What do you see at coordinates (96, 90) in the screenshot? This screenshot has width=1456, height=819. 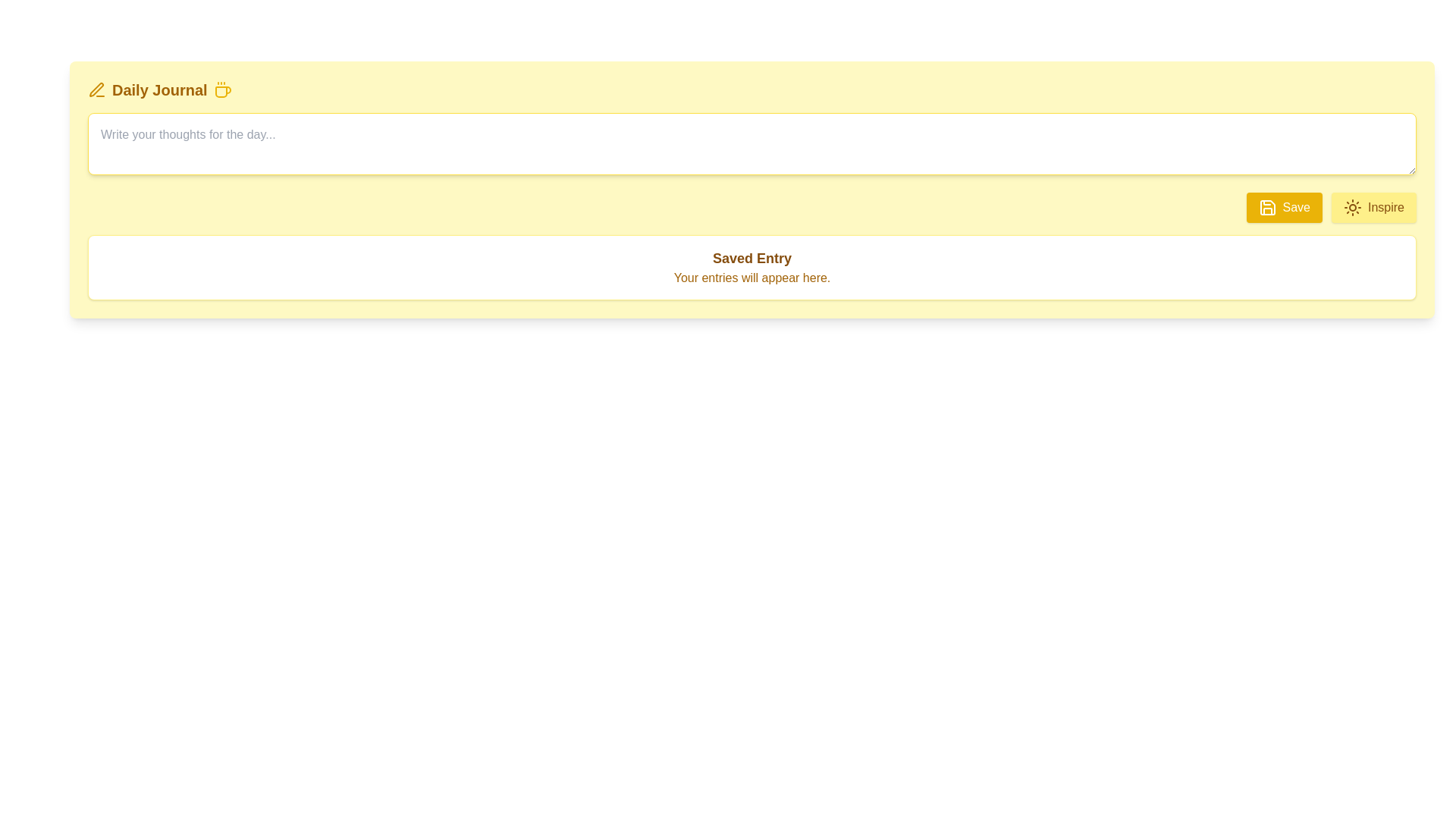 I see `the decorative icon representing the 'Daily Journal' section, located to the left of the text 'Daily Journal'` at bounding box center [96, 90].